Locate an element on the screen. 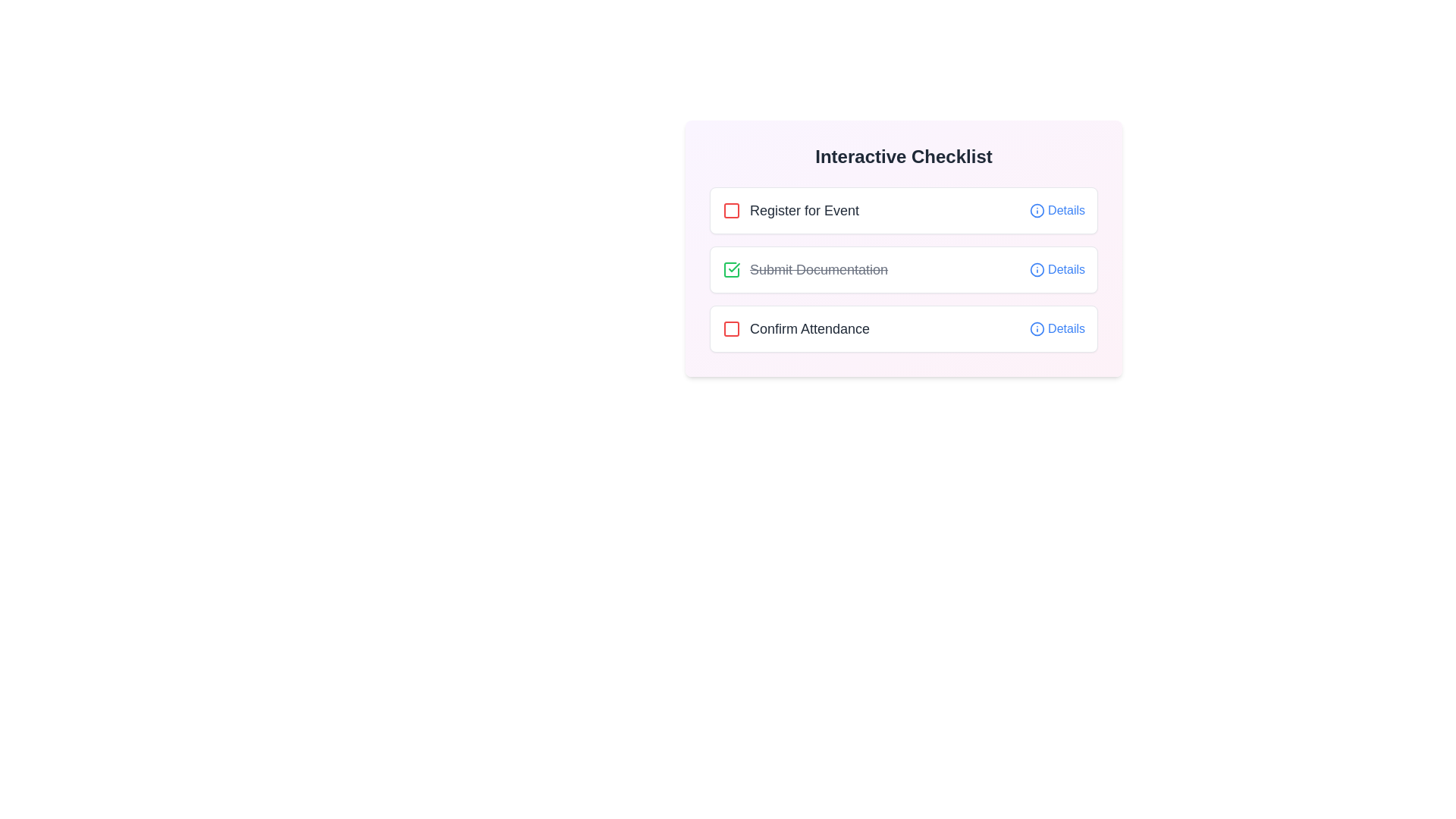 The image size is (1456, 819). the outermost circular boundary of the information icon located next to the 'Submit Documentation' list item is located at coordinates (1037, 210).